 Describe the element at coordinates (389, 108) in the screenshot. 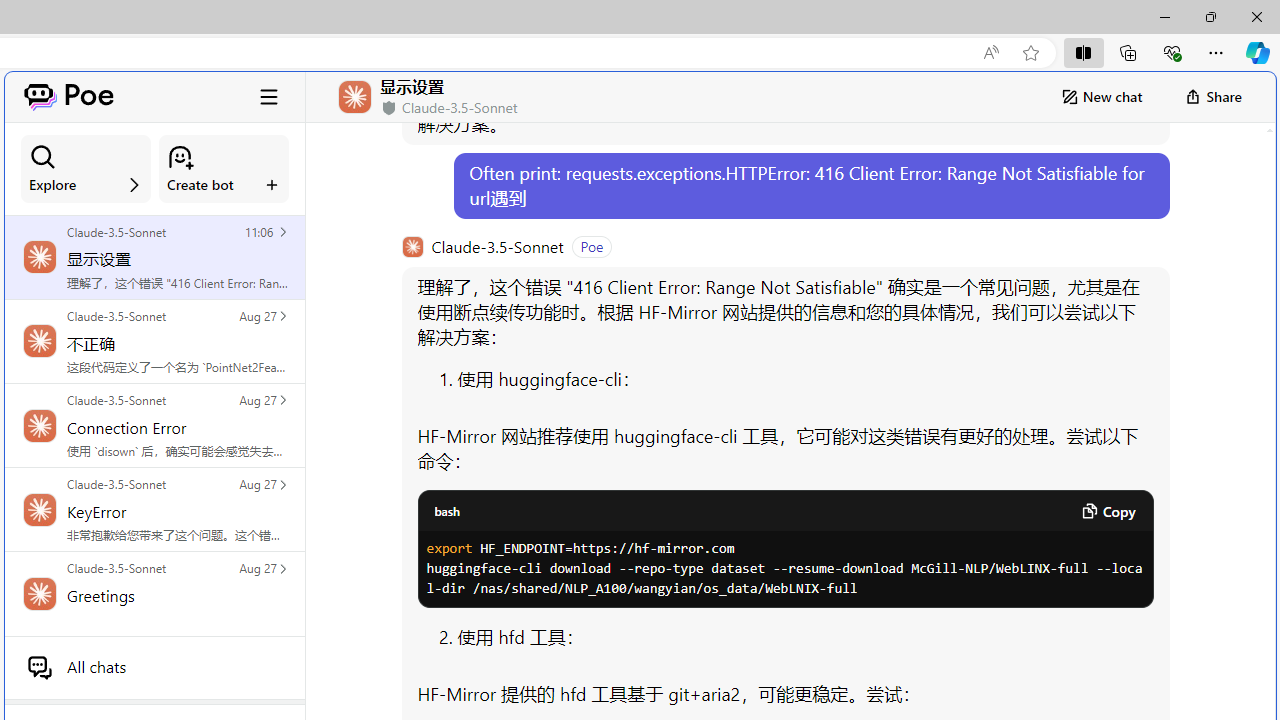

I see `'Class: ChatPrivacyIndicator_shieldIcon__4JelG'` at that location.